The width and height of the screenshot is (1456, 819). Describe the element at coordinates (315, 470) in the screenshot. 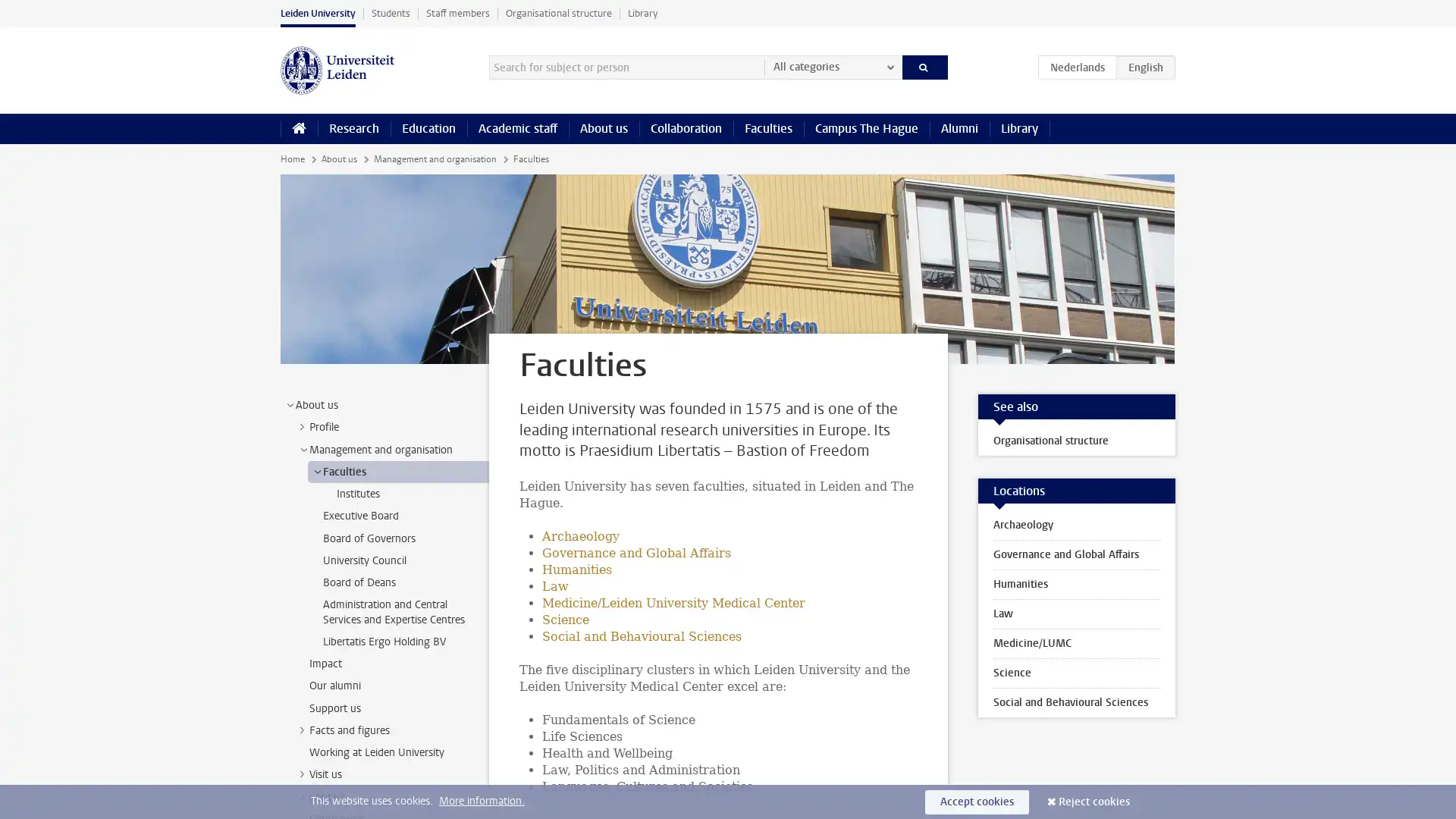

I see `>` at that location.